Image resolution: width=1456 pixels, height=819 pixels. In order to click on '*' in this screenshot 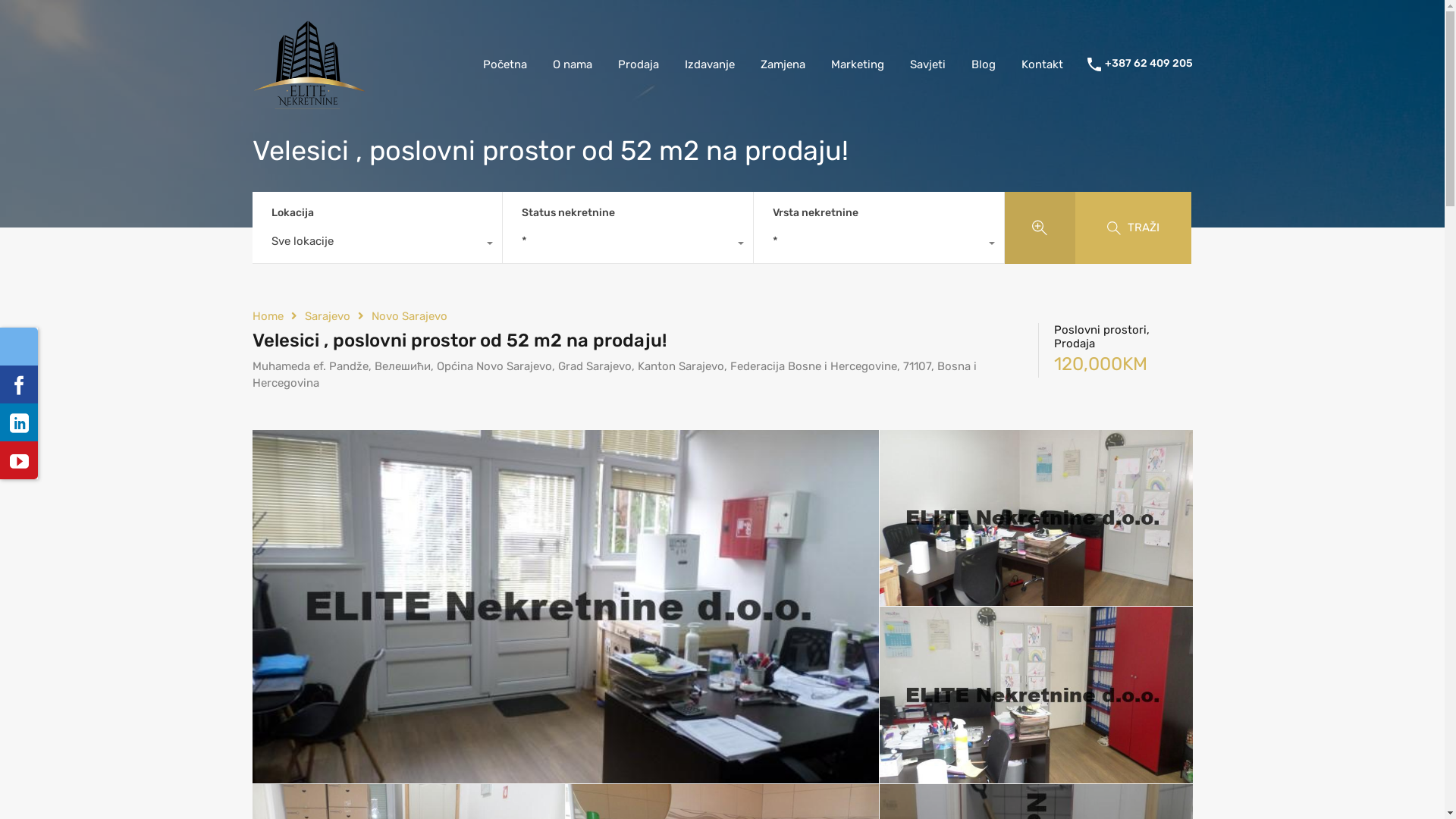, I will do `click(628, 244)`.